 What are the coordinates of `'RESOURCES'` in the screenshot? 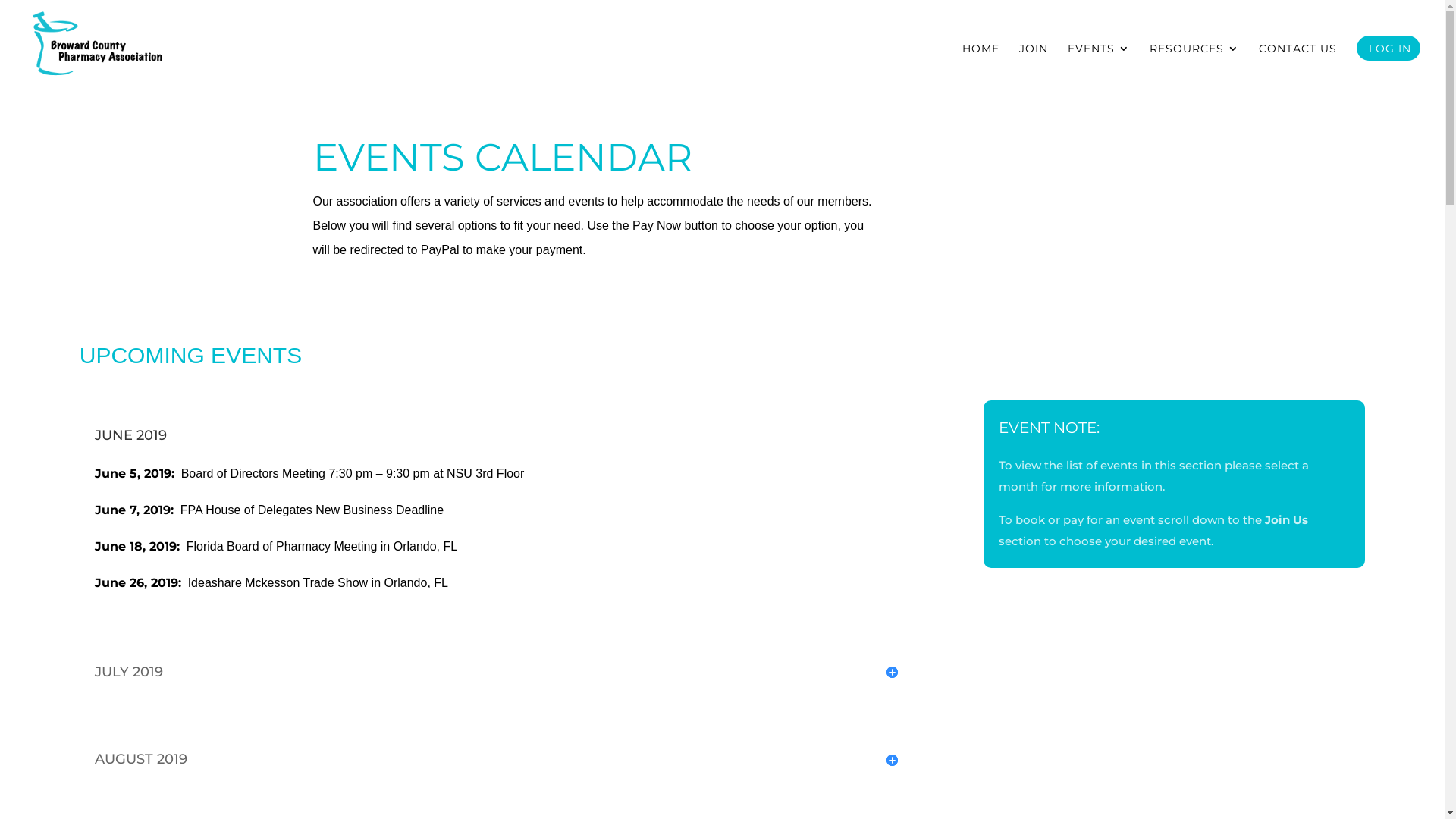 It's located at (1193, 65).